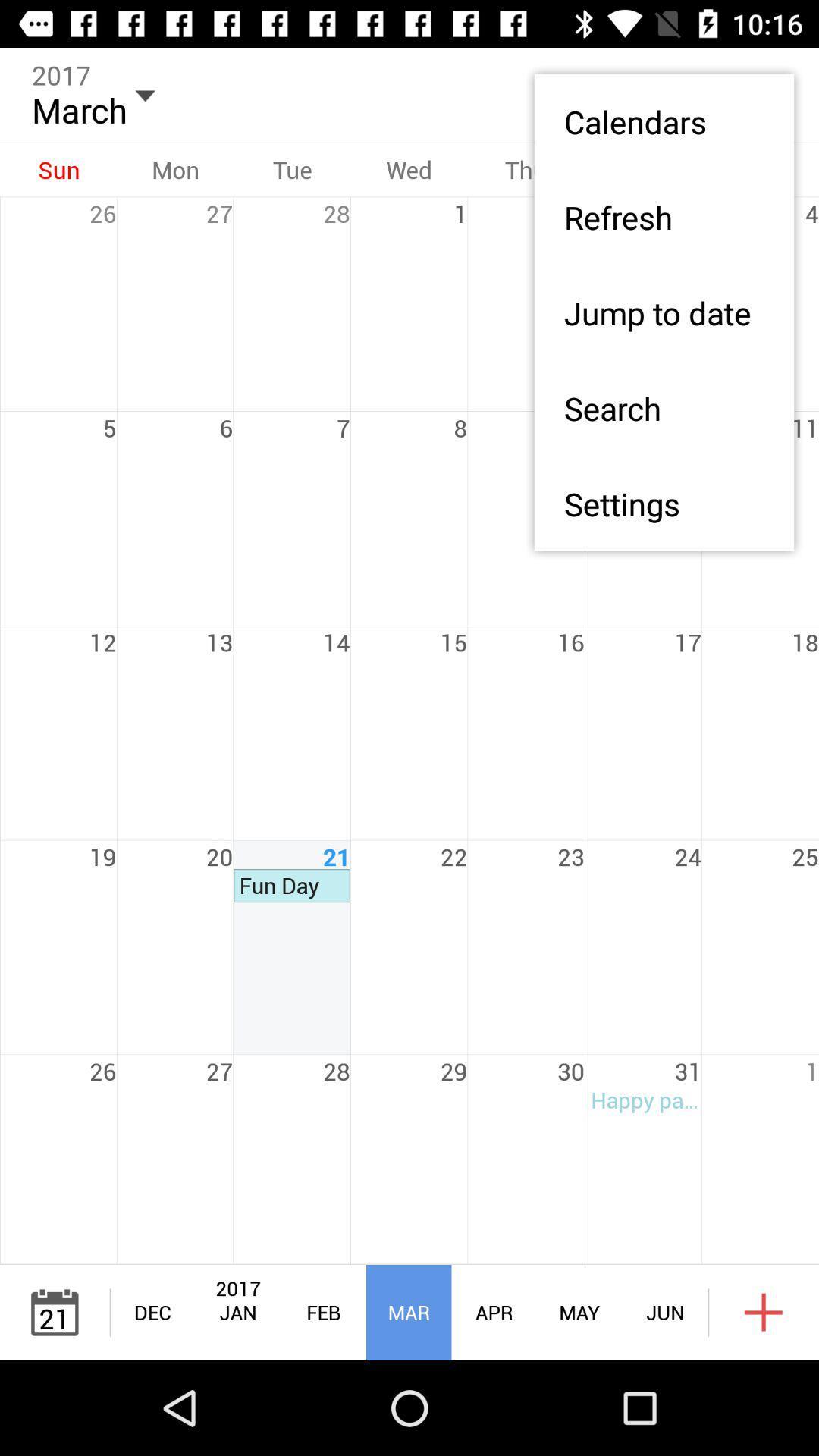 Image resolution: width=819 pixels, height=1456 pixels. I want to click on item above settings item, so click(663, 408).